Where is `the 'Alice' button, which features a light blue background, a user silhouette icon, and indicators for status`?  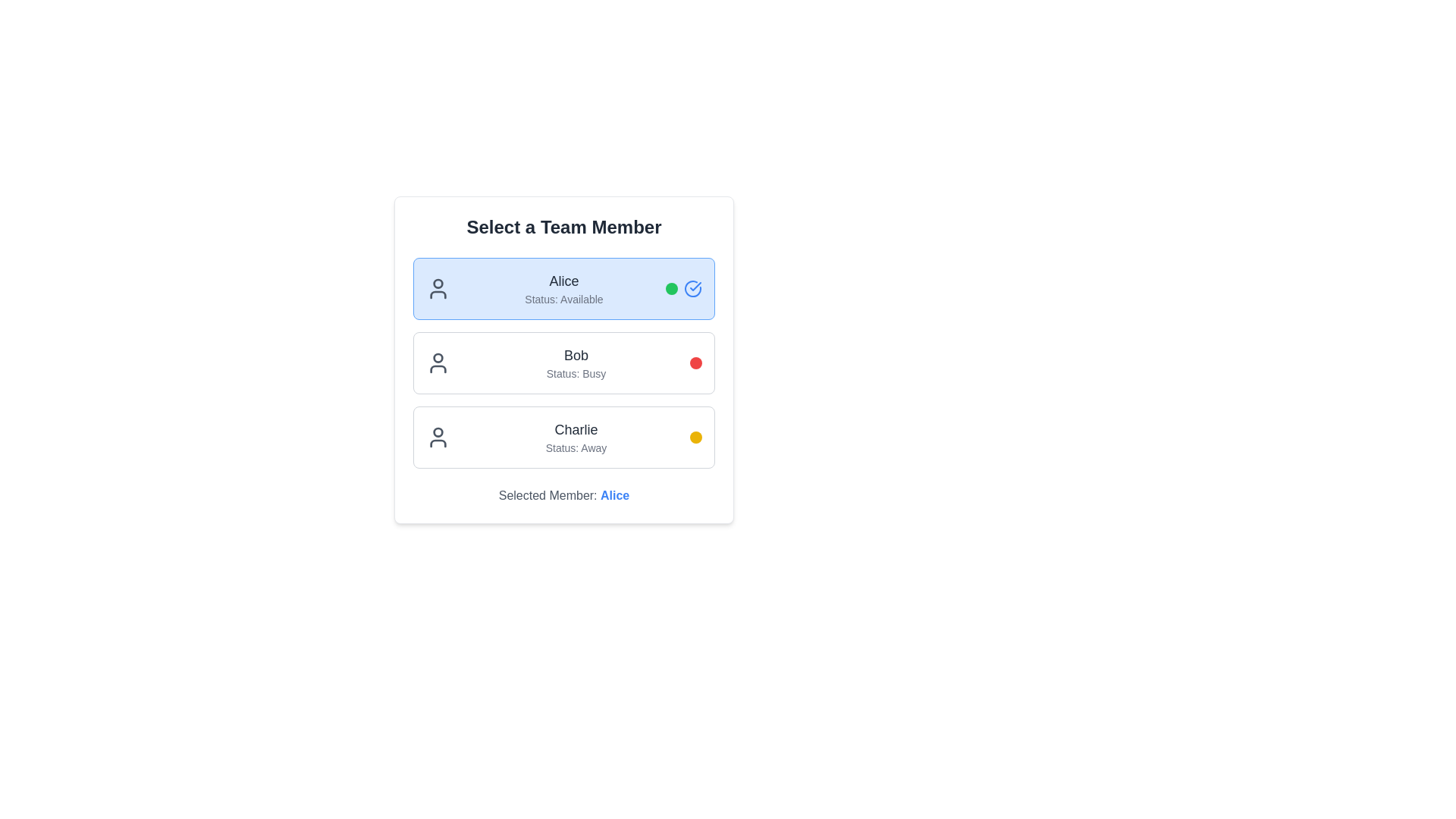
the 'Alice' button, which features a light blue background, a user silhouette icon, and indicators for status is located at coordinates (563, 289).